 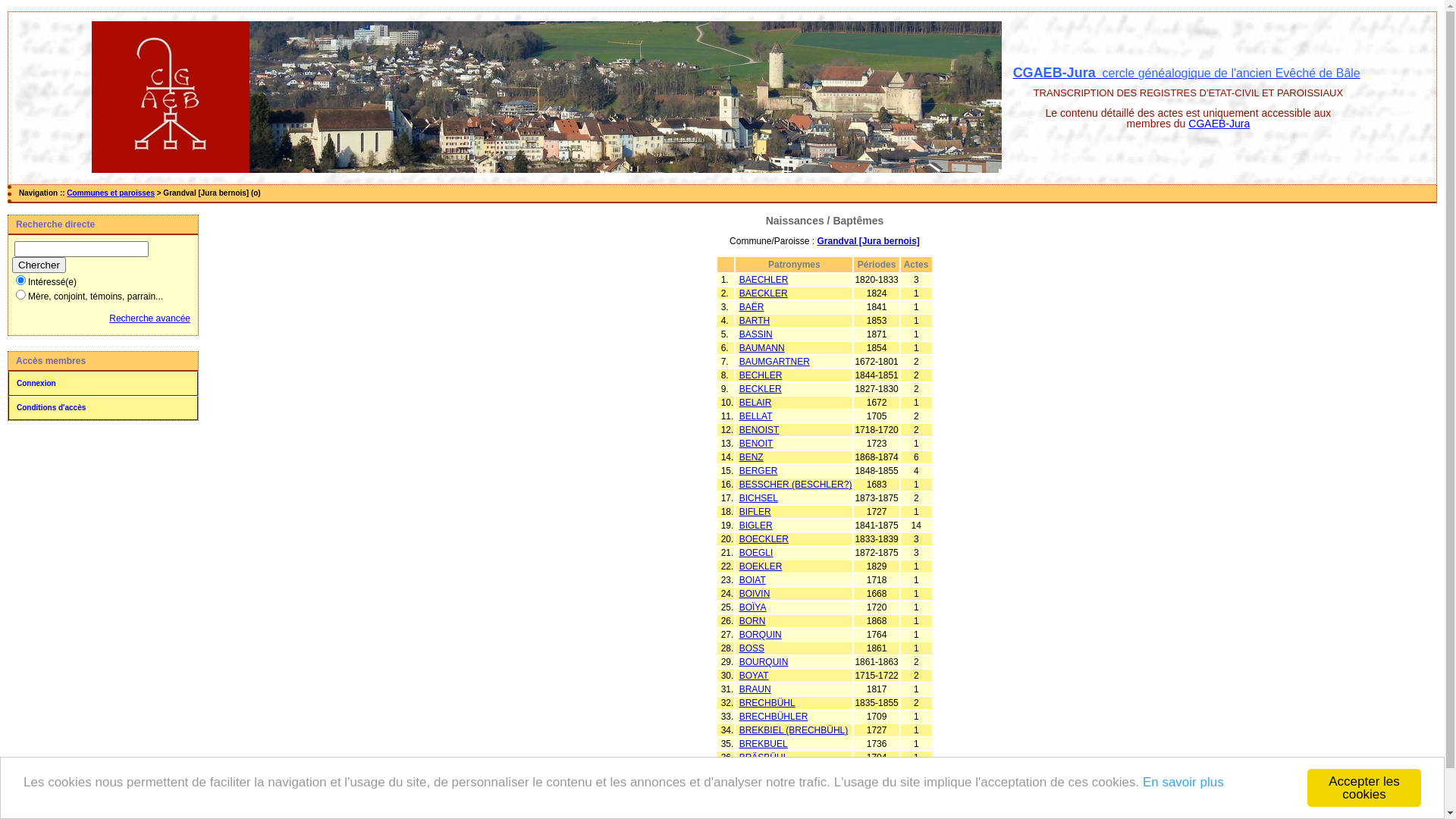 What do you see at coordinates (764, 784) in the screenshot?
I see `'BURKHARD'` at bounding box center [764, 784].